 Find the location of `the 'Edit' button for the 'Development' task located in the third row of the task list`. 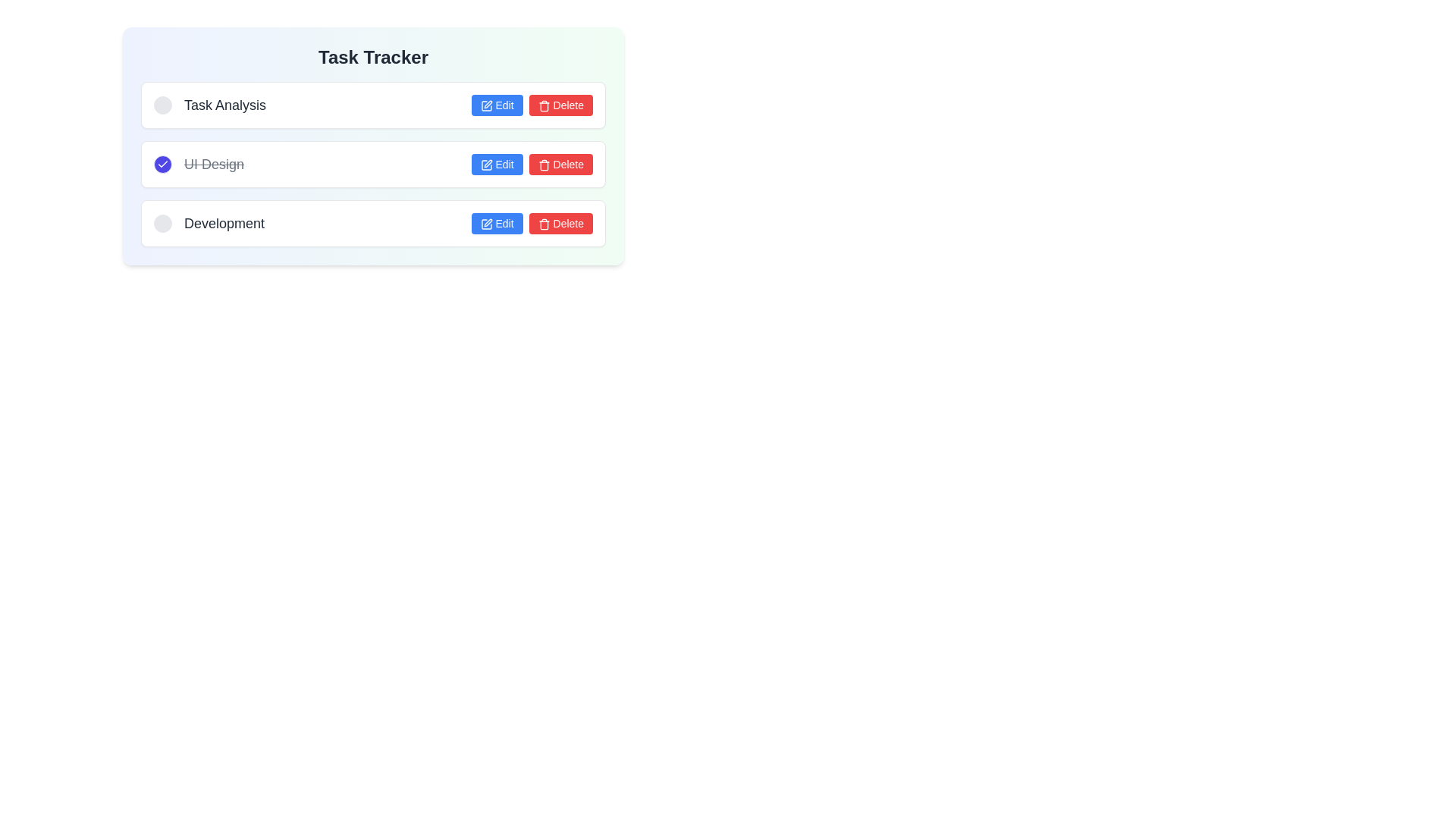

the 'Edit' button for the 'Development' task located in the third row of the task list is located at coordinates (497, 223).